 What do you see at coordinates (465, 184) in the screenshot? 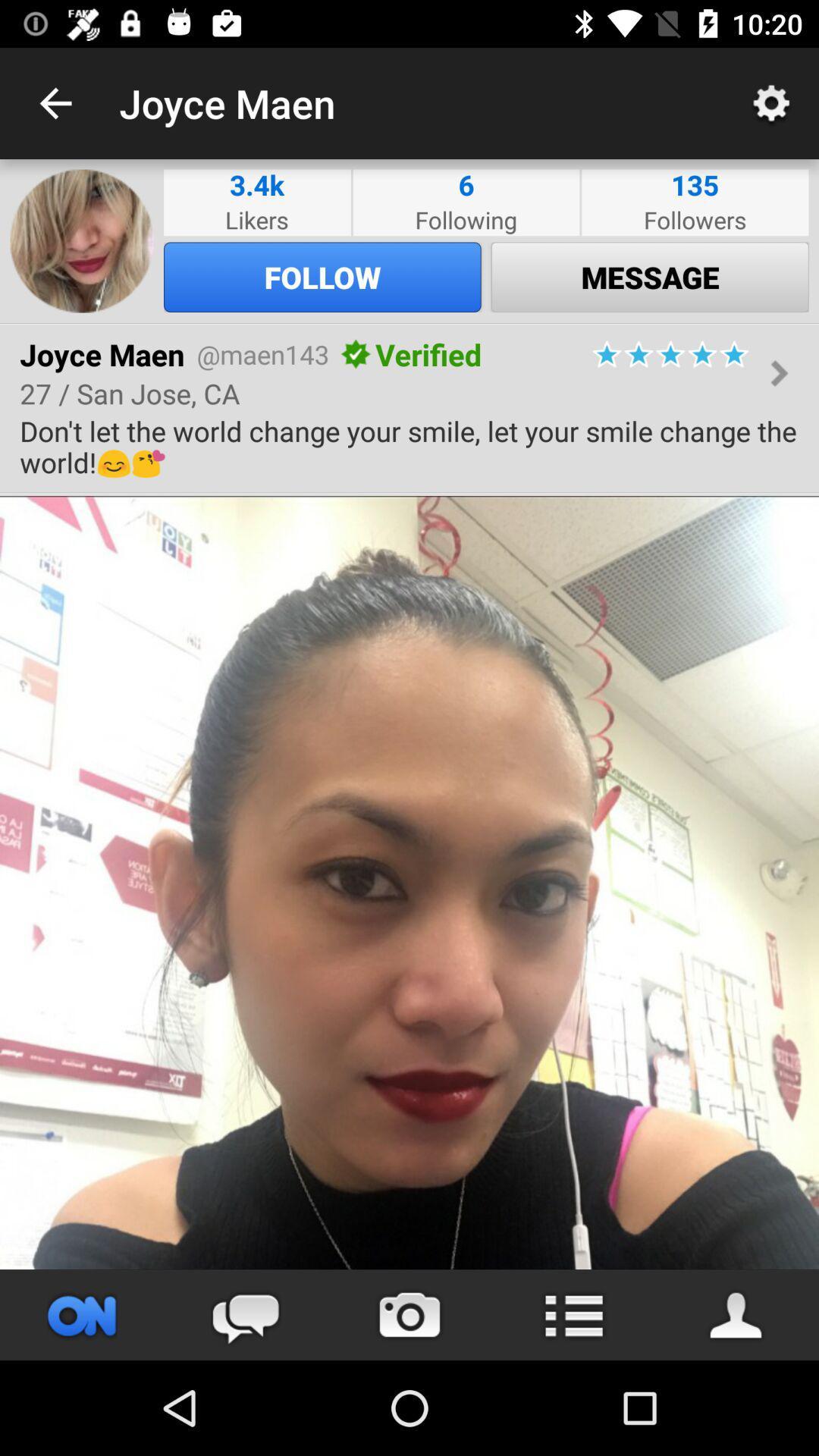
I see `icon to the left of followers item` at bounding box center [465, 184].